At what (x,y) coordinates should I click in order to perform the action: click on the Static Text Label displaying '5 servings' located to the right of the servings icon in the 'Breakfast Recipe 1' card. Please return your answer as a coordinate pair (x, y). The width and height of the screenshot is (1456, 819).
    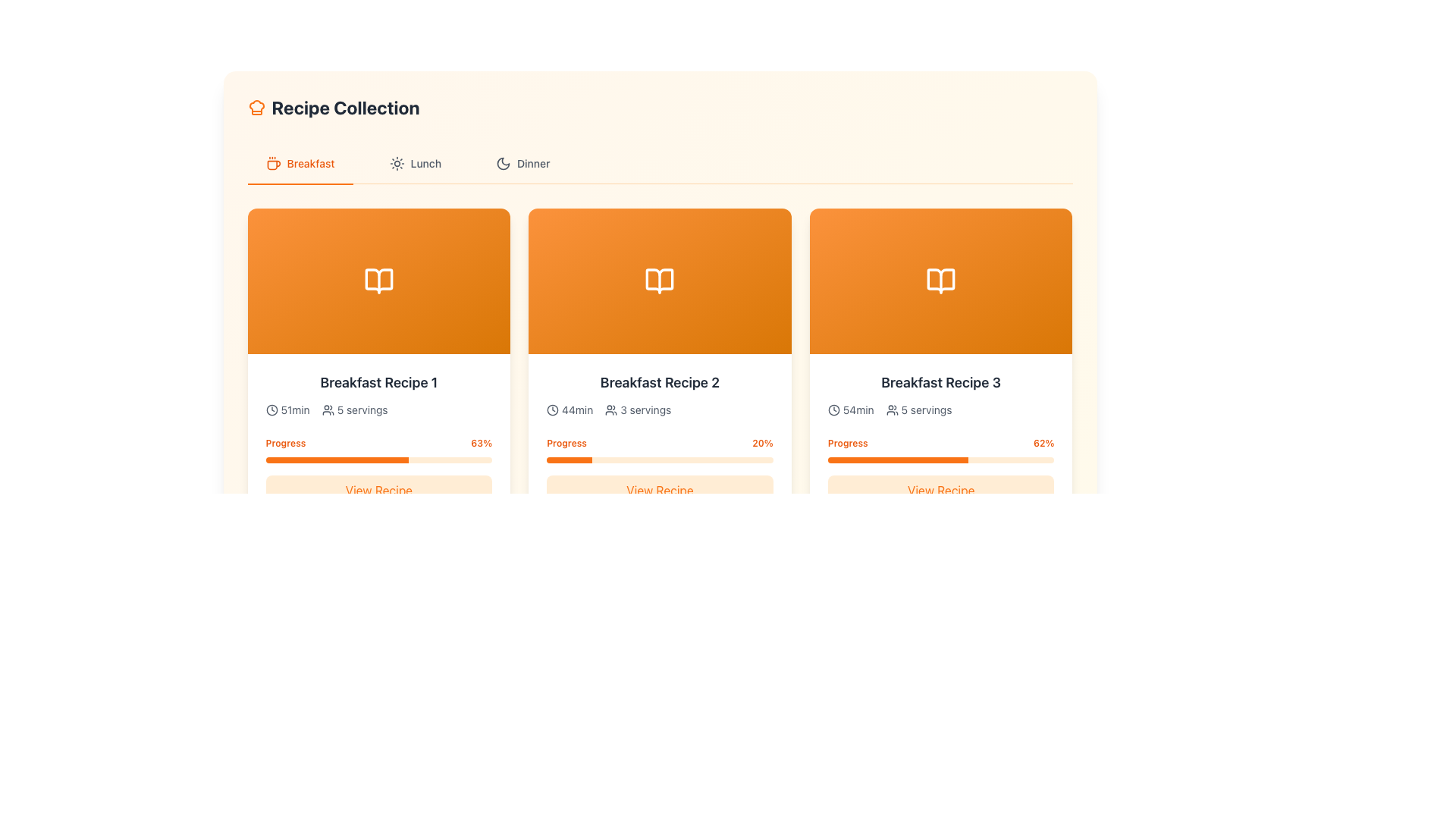
    Looking at the image, I should click on (362, 409).